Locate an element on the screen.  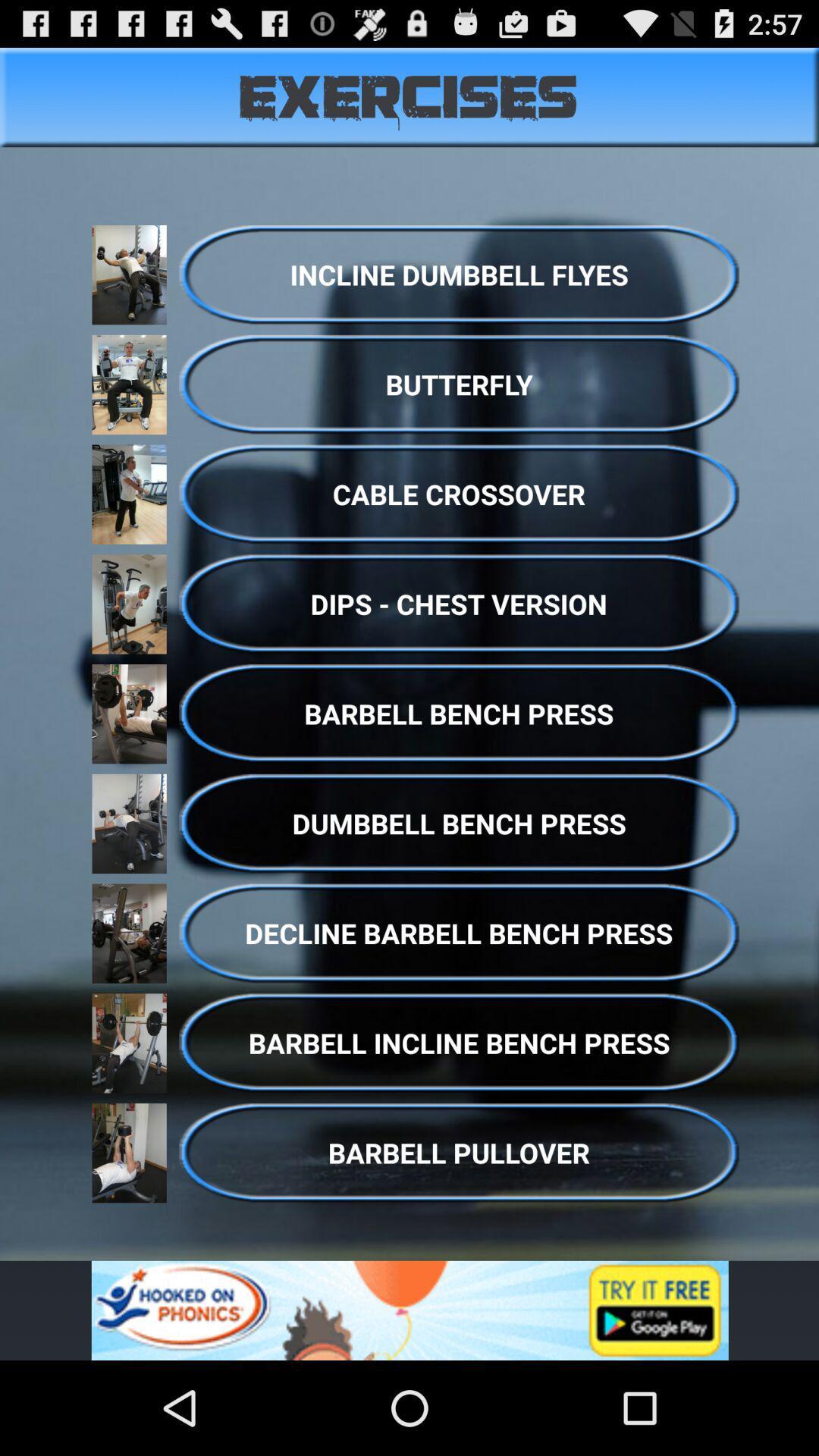
advertisement is located at coordinates (409, 1310).